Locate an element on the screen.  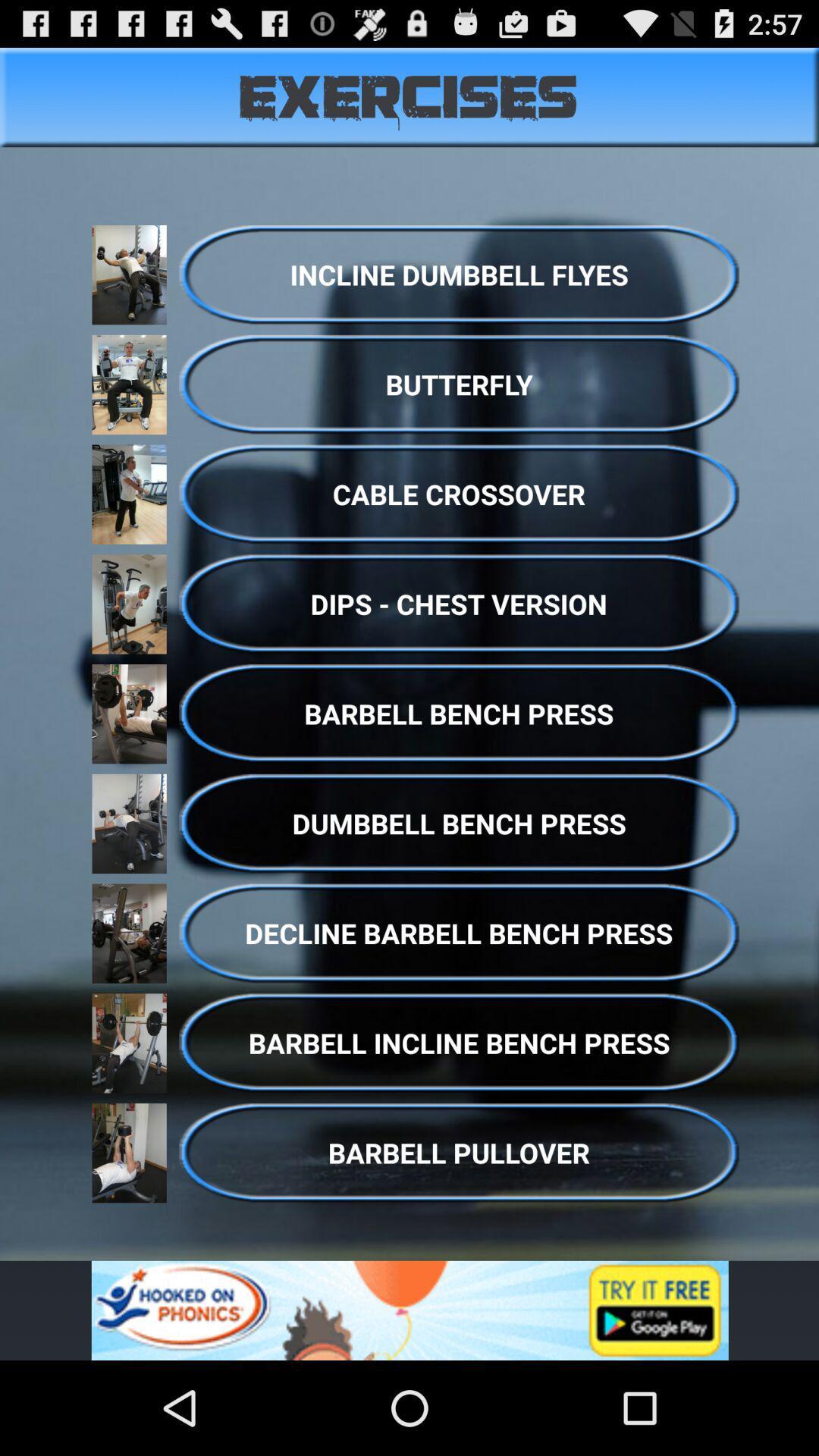
advertisement is located at coordinates (409, 1310).